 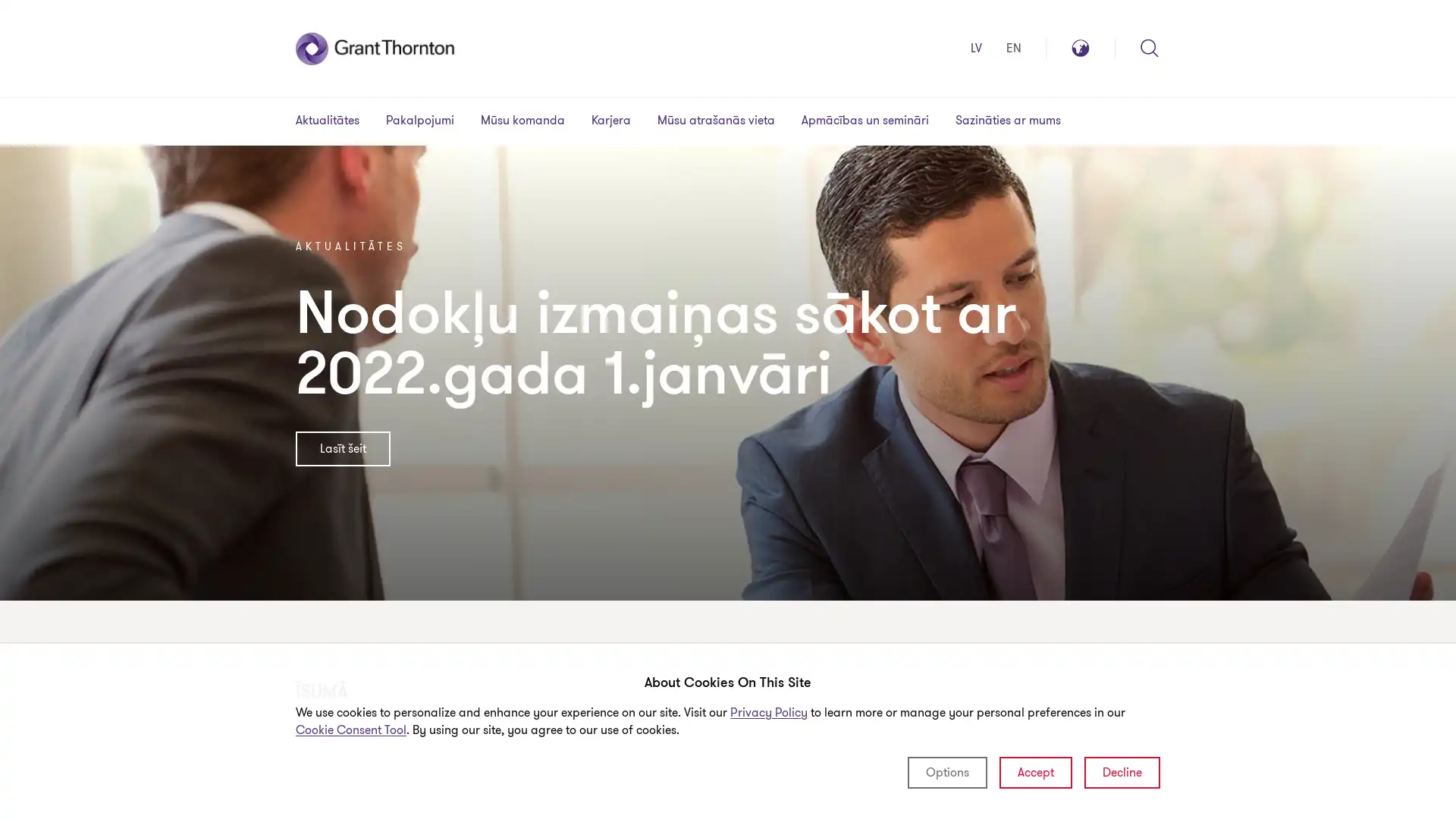 What do you see at coordinates (946, 772) in the screenshot?
I see `Options` at bounding box center [946, 772].